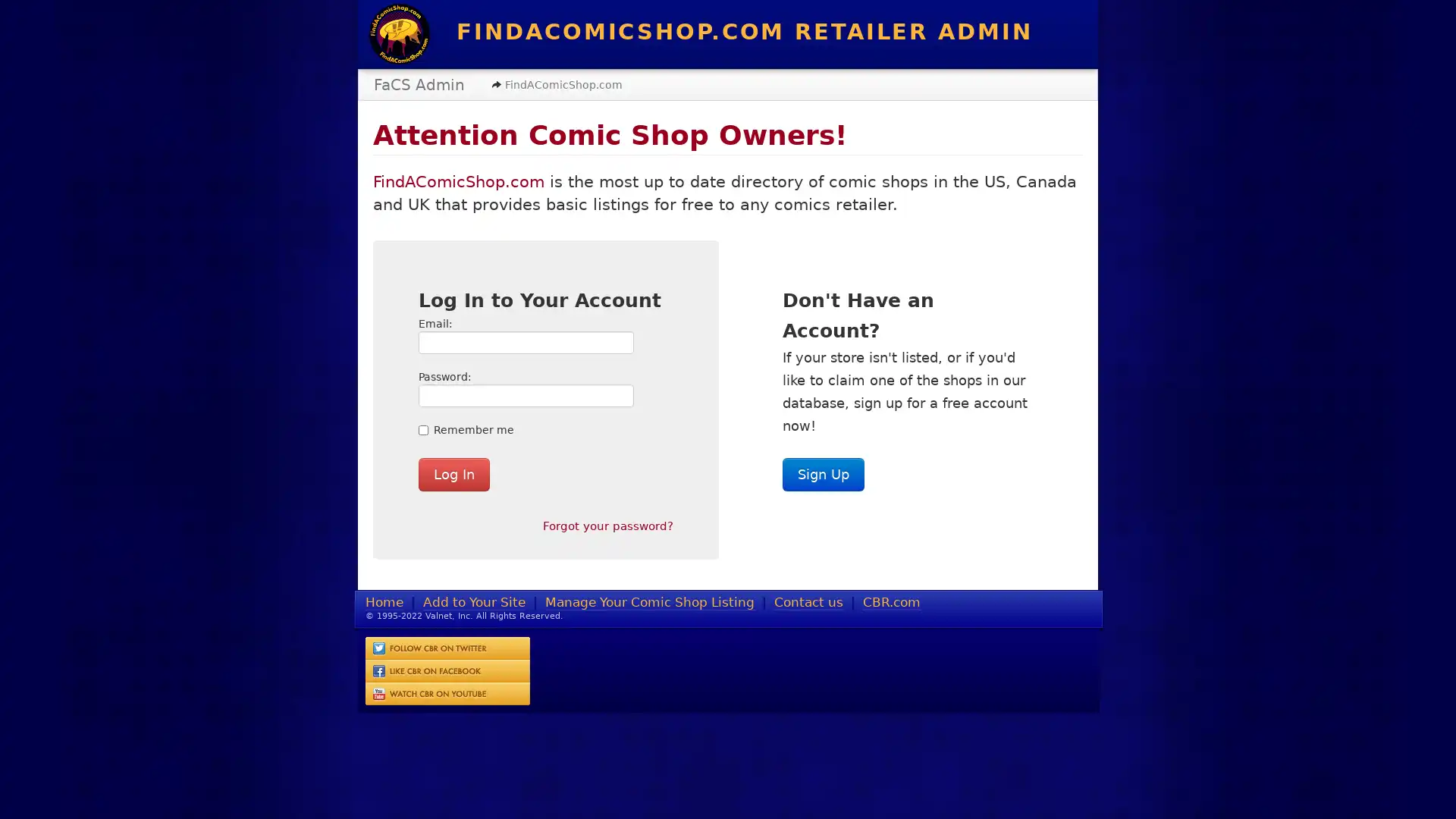 The width and height of the screenshot is (1456, 819). I want to click on Log In, so click(453, 472).